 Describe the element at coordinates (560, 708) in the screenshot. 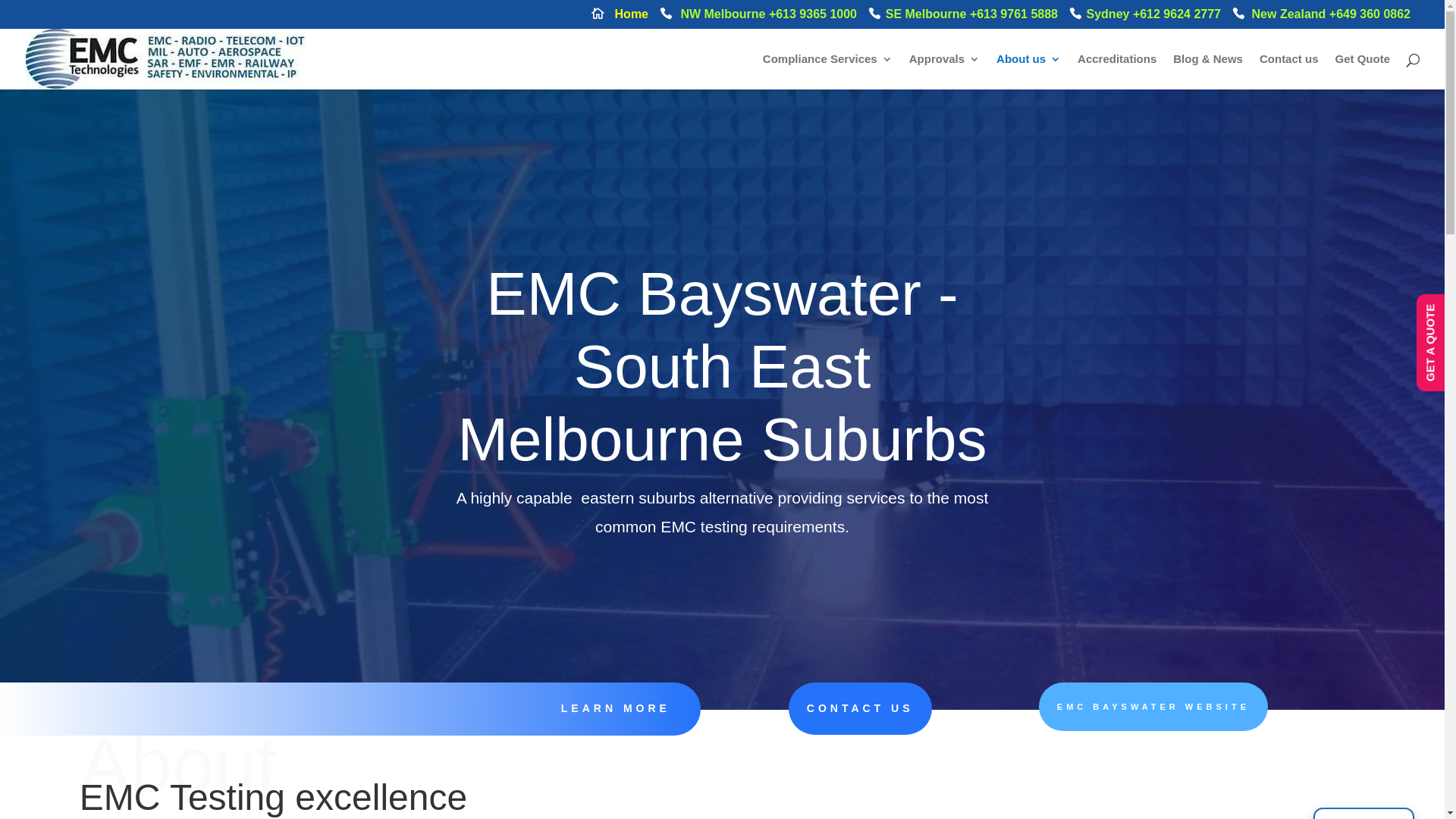

I see `'LEARN MORE'` at that location.